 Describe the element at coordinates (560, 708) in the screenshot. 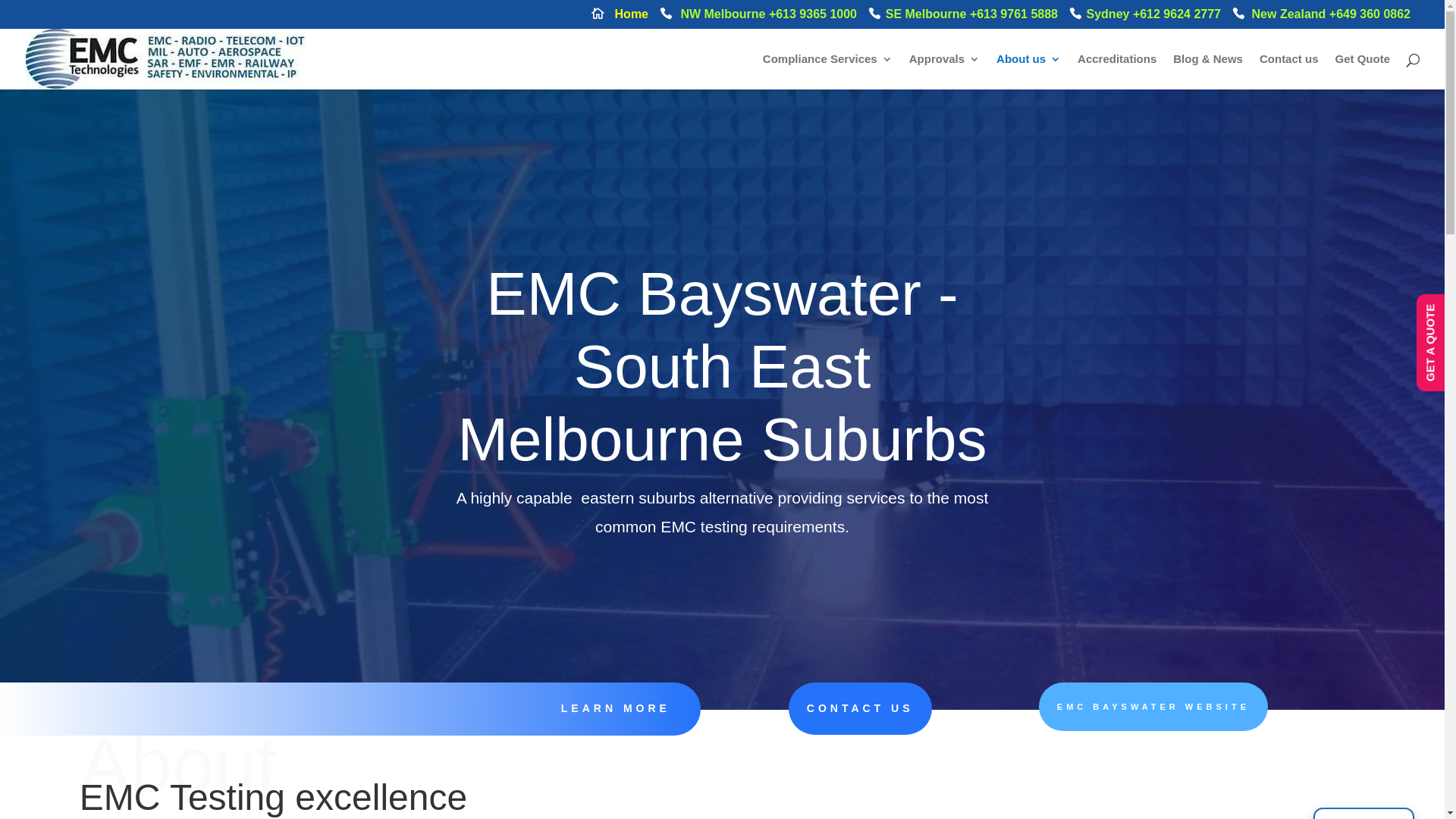

I see `'LEARN MORE'` at that location.